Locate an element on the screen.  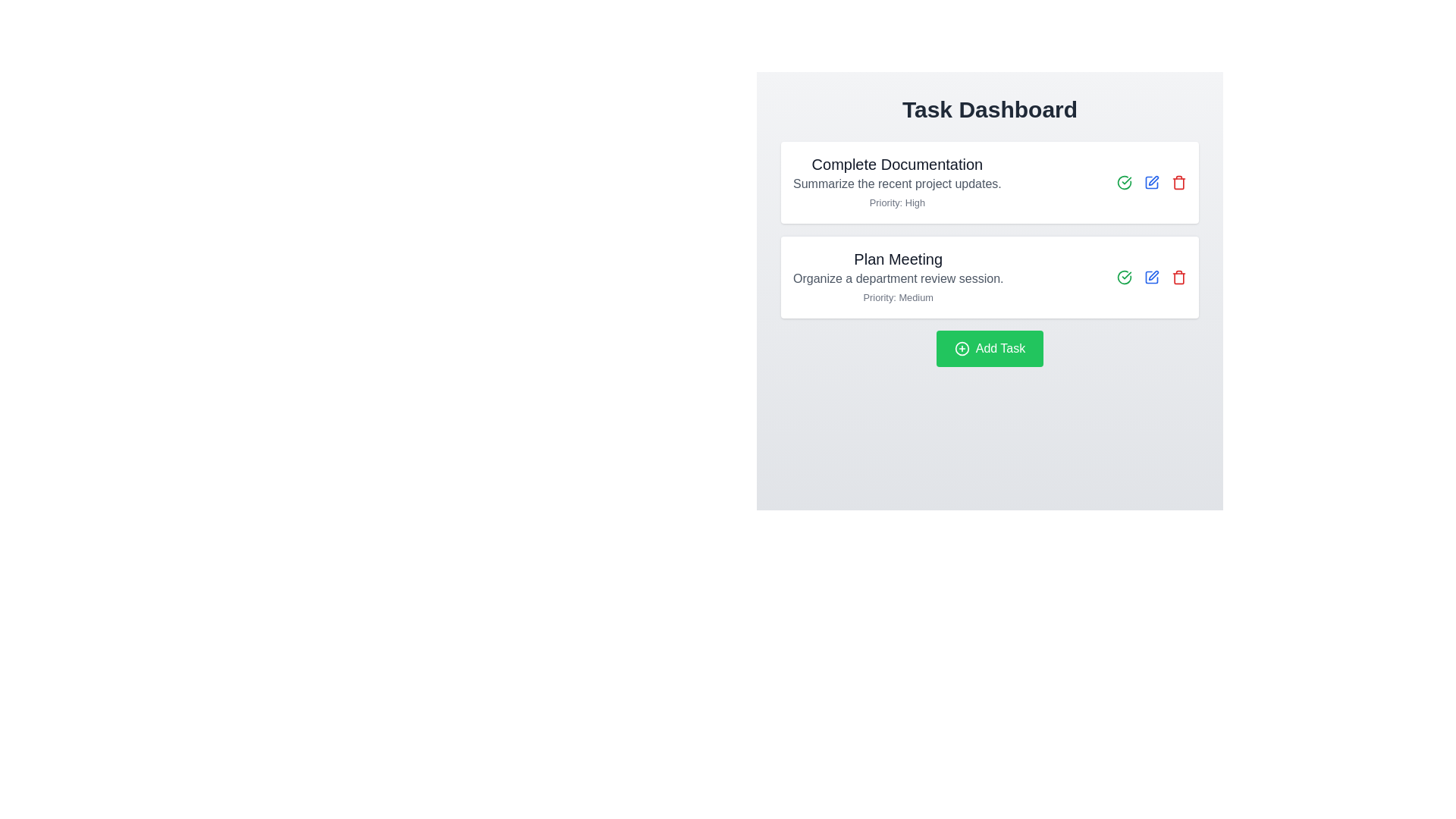
the Text Label element displaying 'Plan Meeting', which is styled in a large bold font and positioned at the center-top of the task card beneath 'Complete Documentation' and above the 'Add Task' button is located at coordinates (898, 259).